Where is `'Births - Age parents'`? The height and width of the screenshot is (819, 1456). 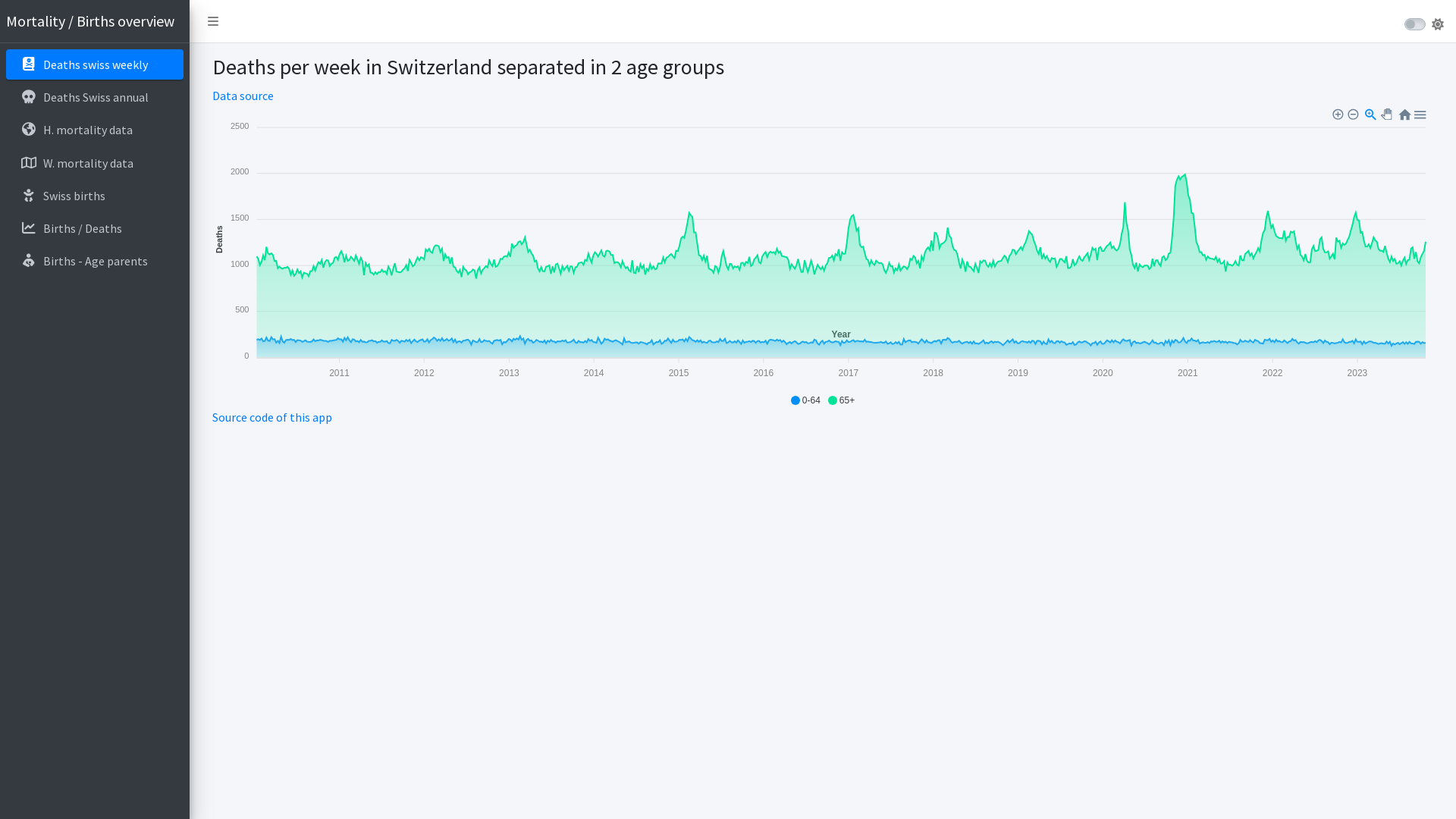
'Births - Age parents' is located at coordinates (93, 259).